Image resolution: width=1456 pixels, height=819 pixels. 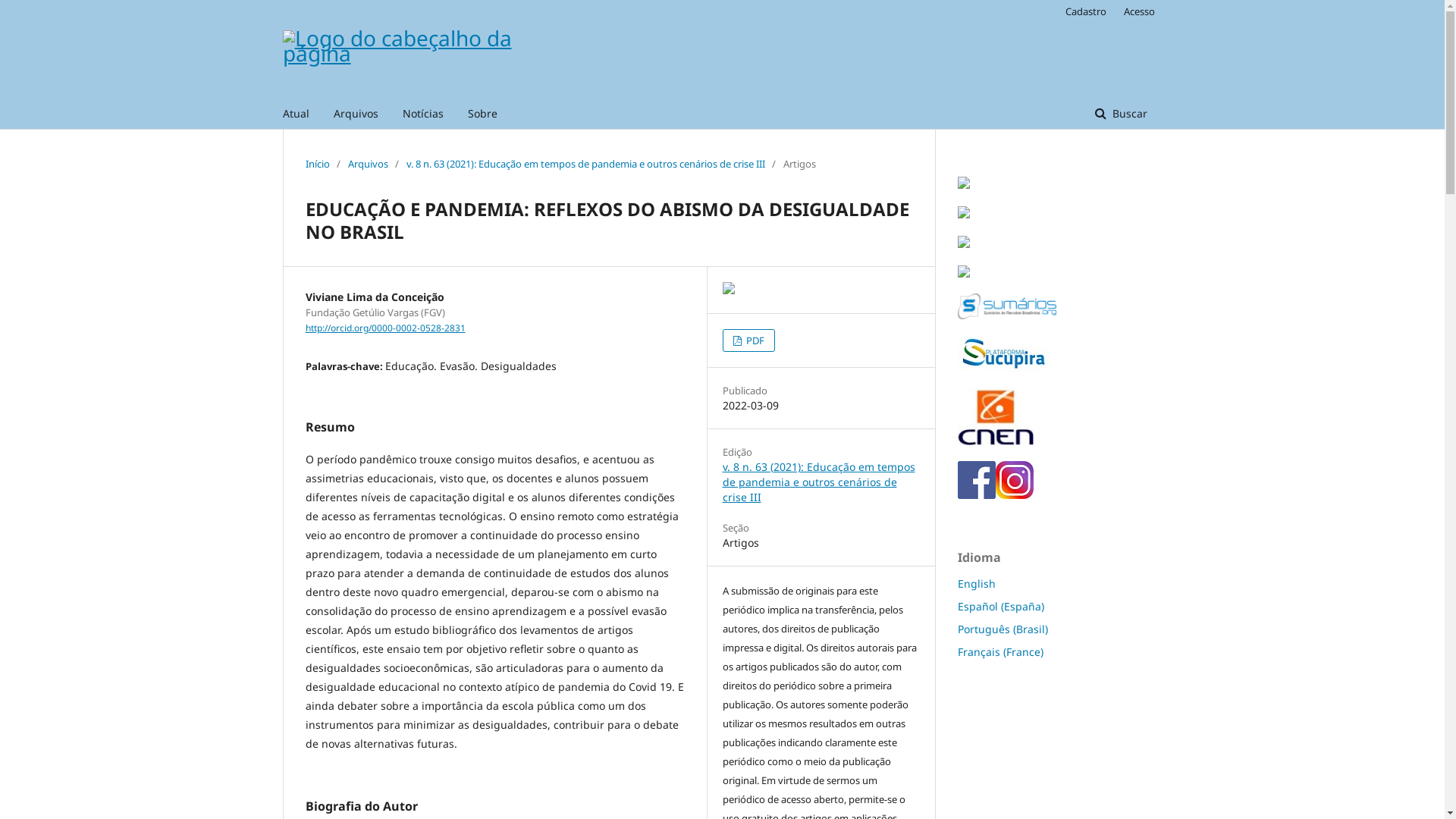 What do you see at coordinates (1135, 11) in the screenshot?
I see `'Acesso'` at bounding box center [1135, 11].